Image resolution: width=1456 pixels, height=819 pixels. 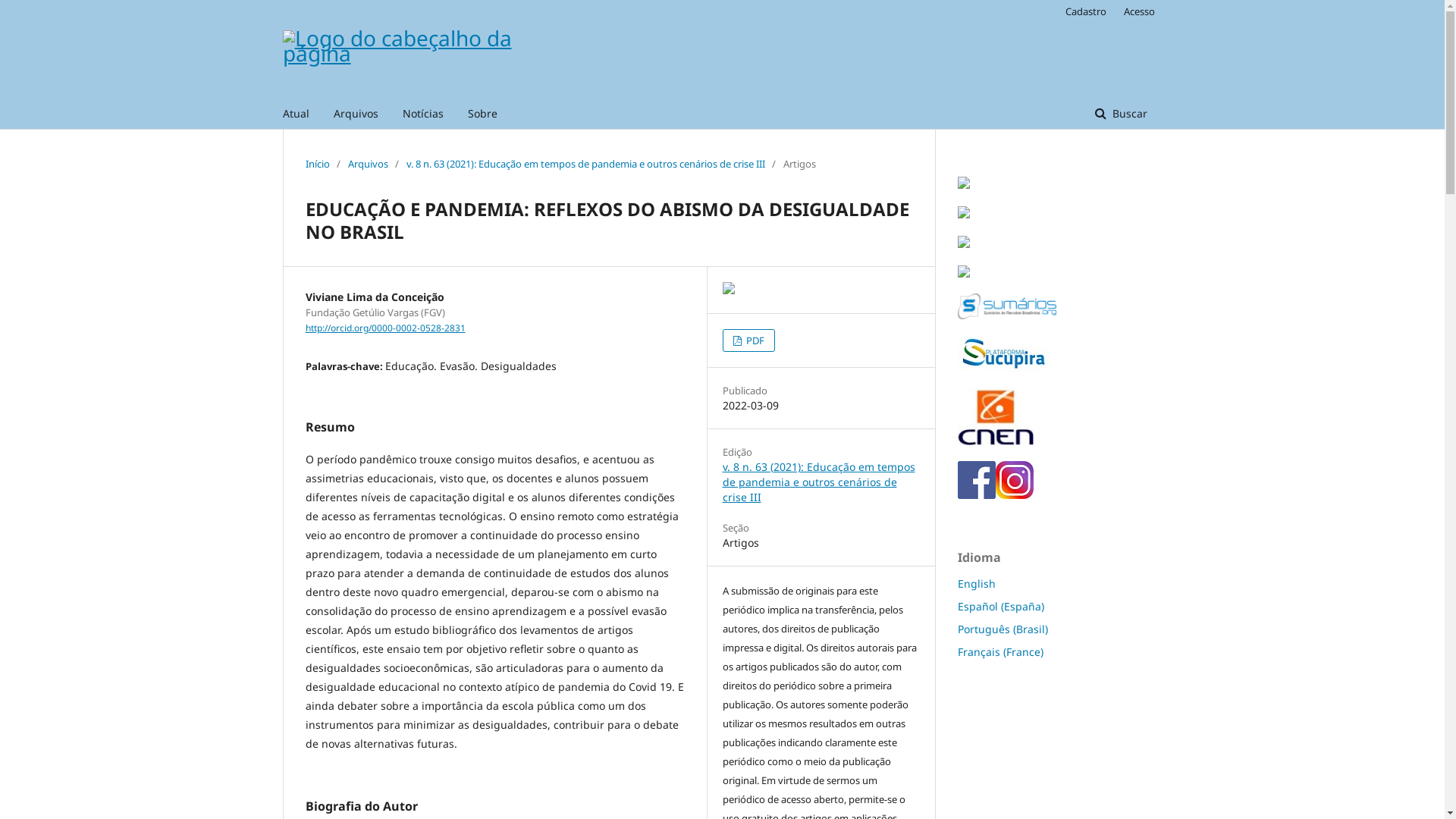 What do you see at coordinates (1135, 11) in the screenshot?
I see `'Acesso'` at bounding box center [1135, 11].